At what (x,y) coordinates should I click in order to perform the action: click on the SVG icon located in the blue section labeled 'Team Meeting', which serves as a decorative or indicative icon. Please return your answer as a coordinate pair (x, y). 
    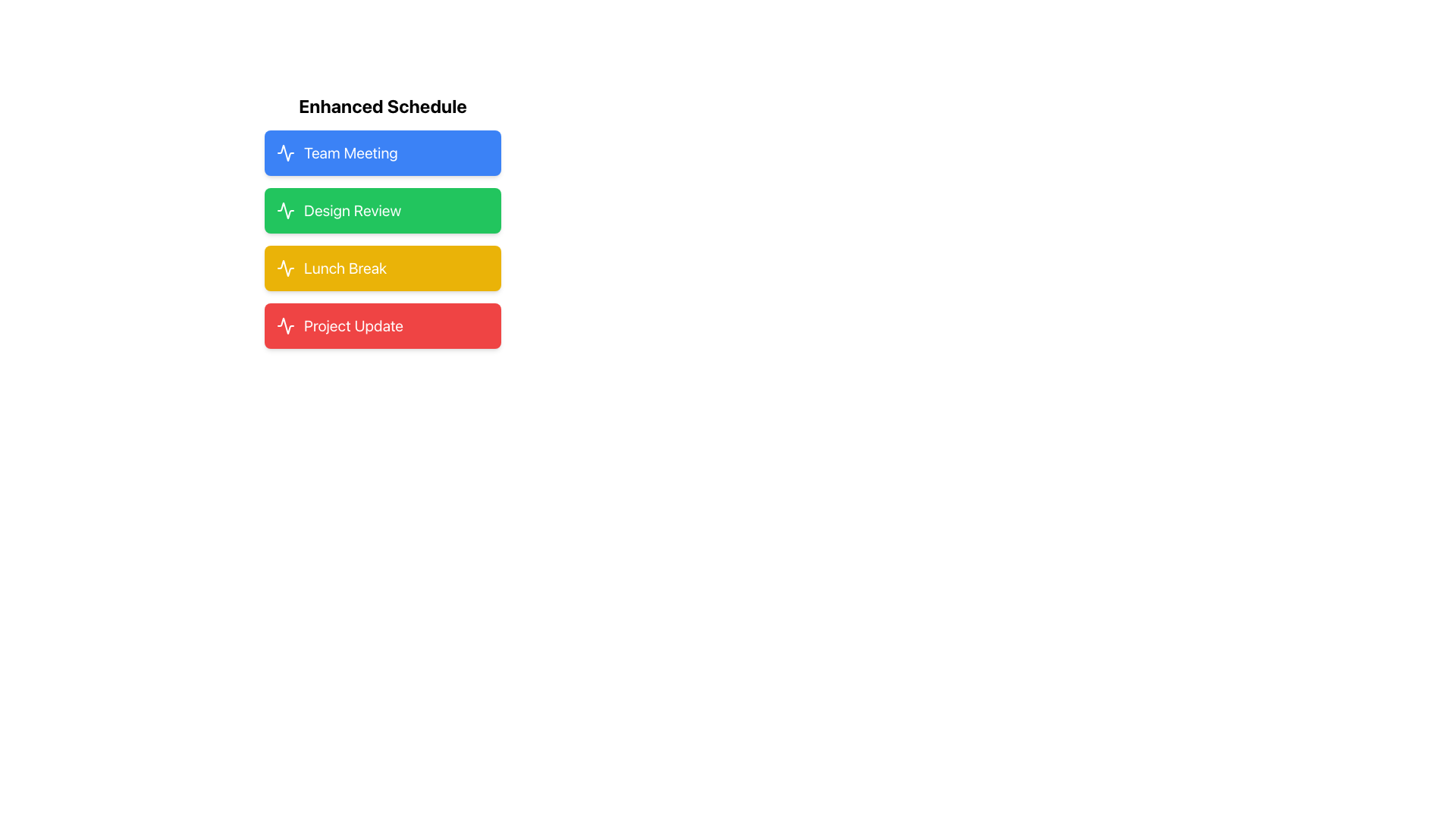
    Looking at the image, I should click on (286, 152).